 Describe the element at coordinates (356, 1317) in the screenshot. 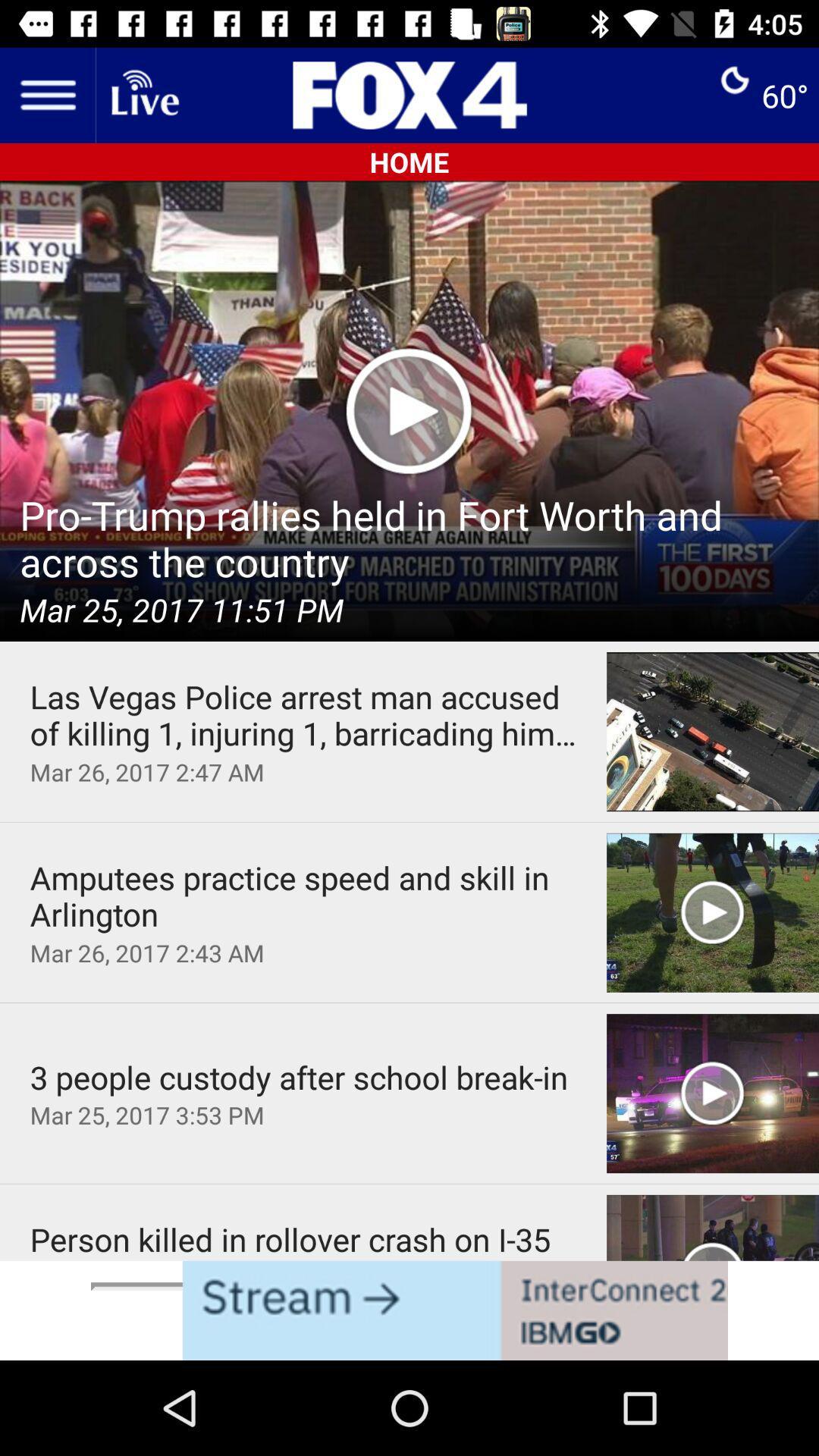

I see `the arrow_forward icon` at that location.